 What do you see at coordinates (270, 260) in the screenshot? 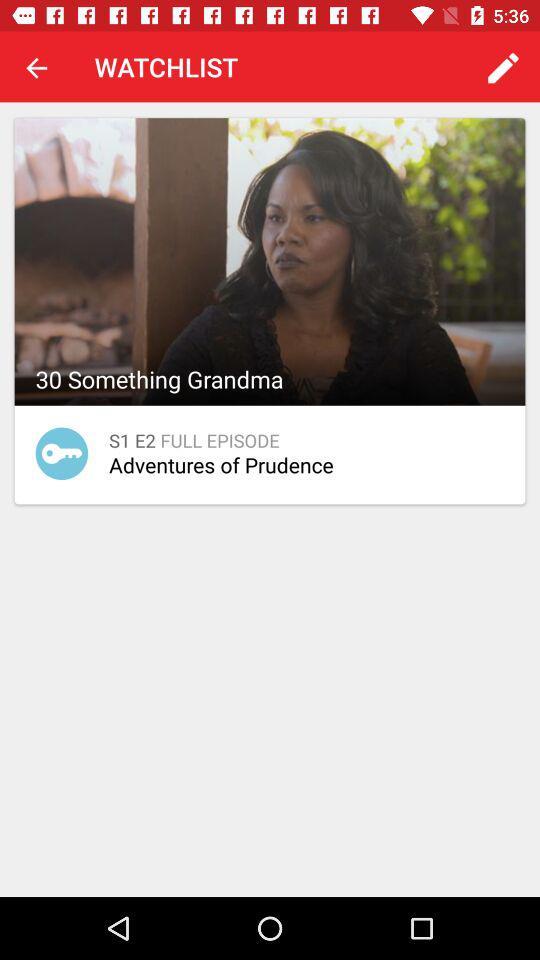
I see `the image above s1 e2 full episode` at bounding box center [270, 260].